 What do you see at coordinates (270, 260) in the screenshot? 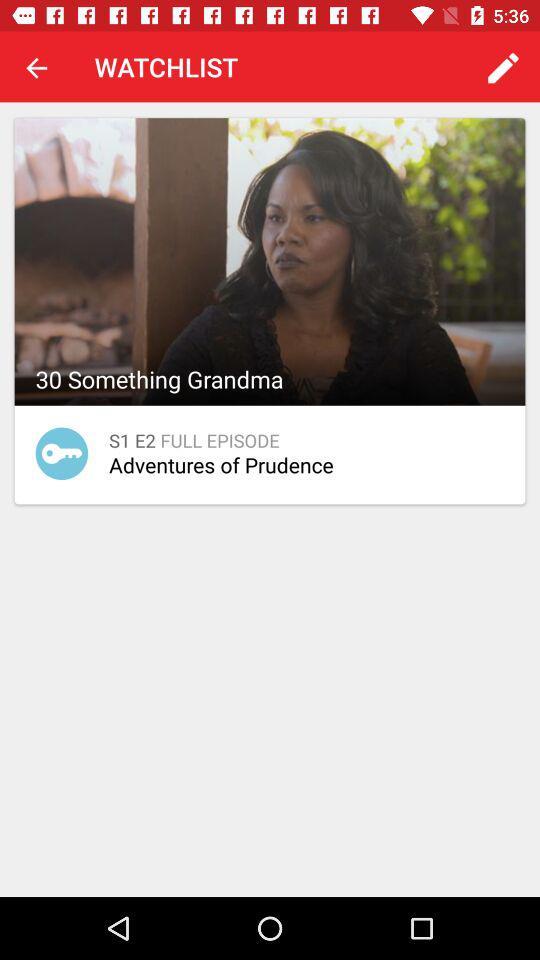
I see `the image above s1 e2 full episode` at bounding box center [270, 260].